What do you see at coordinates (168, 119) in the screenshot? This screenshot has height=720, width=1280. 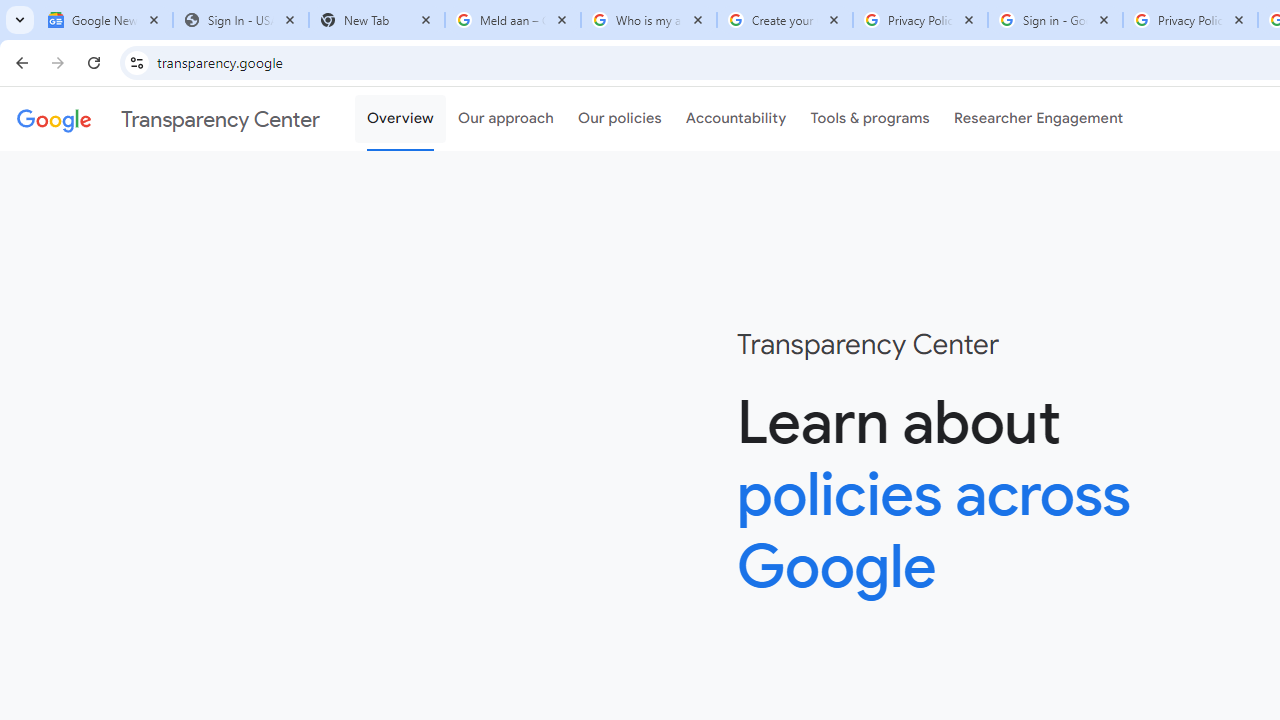 I see `'Transparency Center'` at bounding box center [168, 119].